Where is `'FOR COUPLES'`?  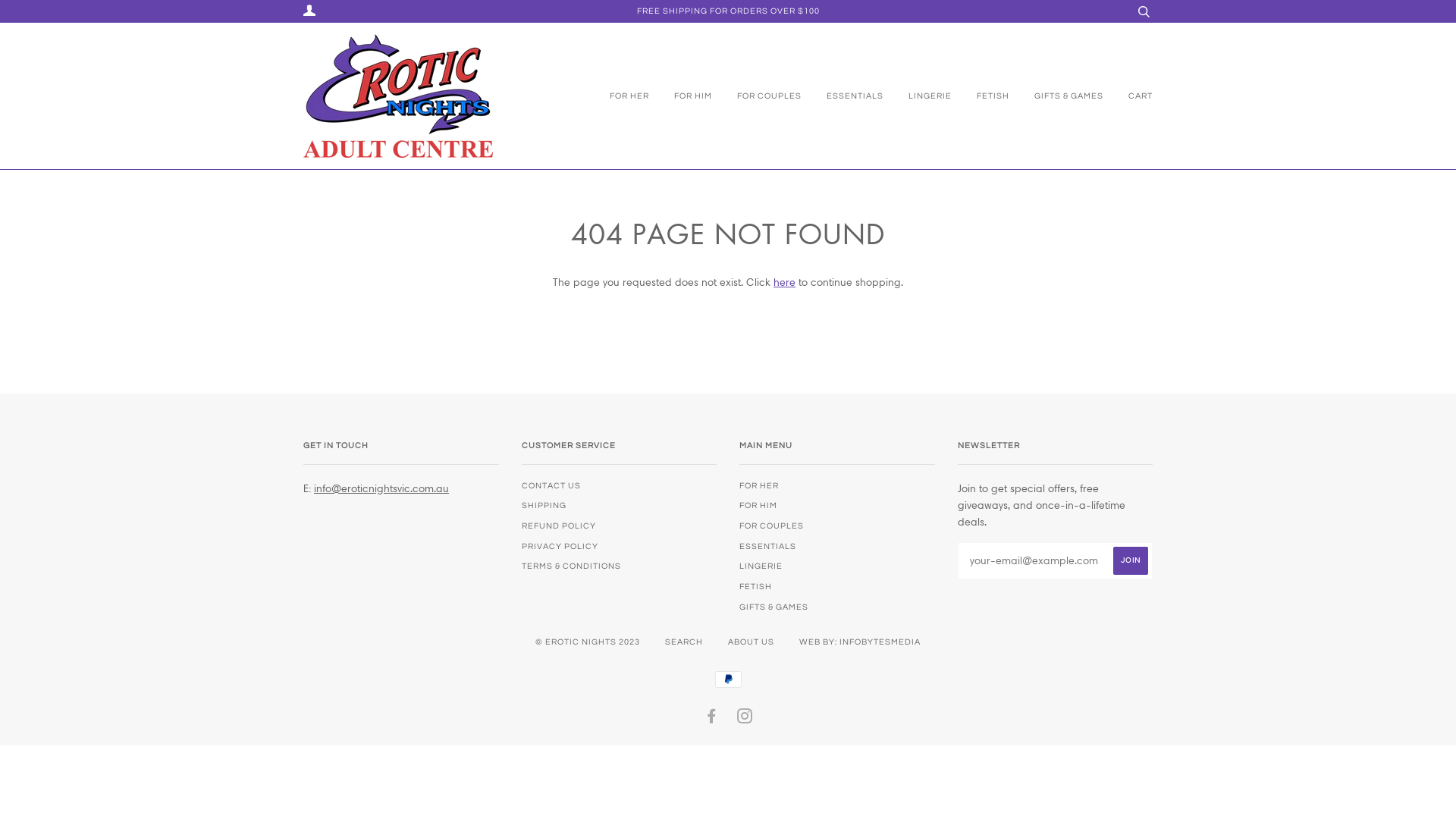 'FOR COUPLES' is located at coordinates (771, 525).